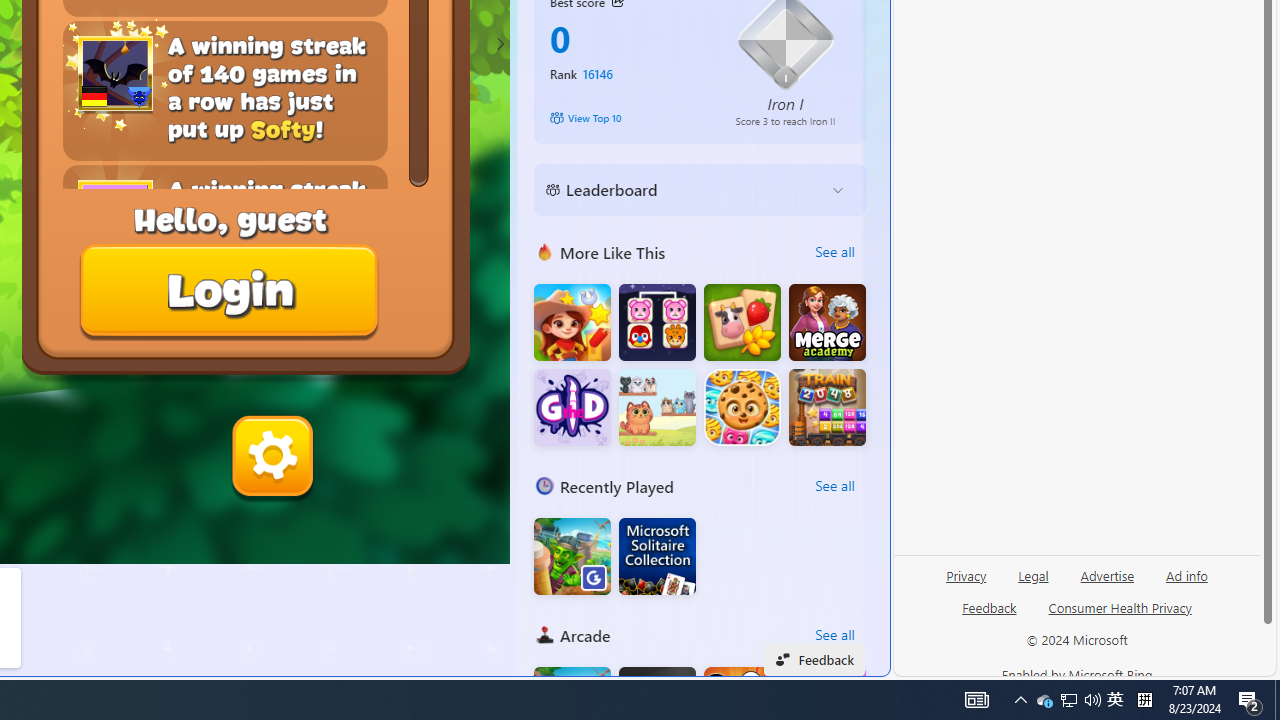 Image resolution: width=1280 pixels, height=720 pixels. I want to click on 'Arcade', so click(544, 635).